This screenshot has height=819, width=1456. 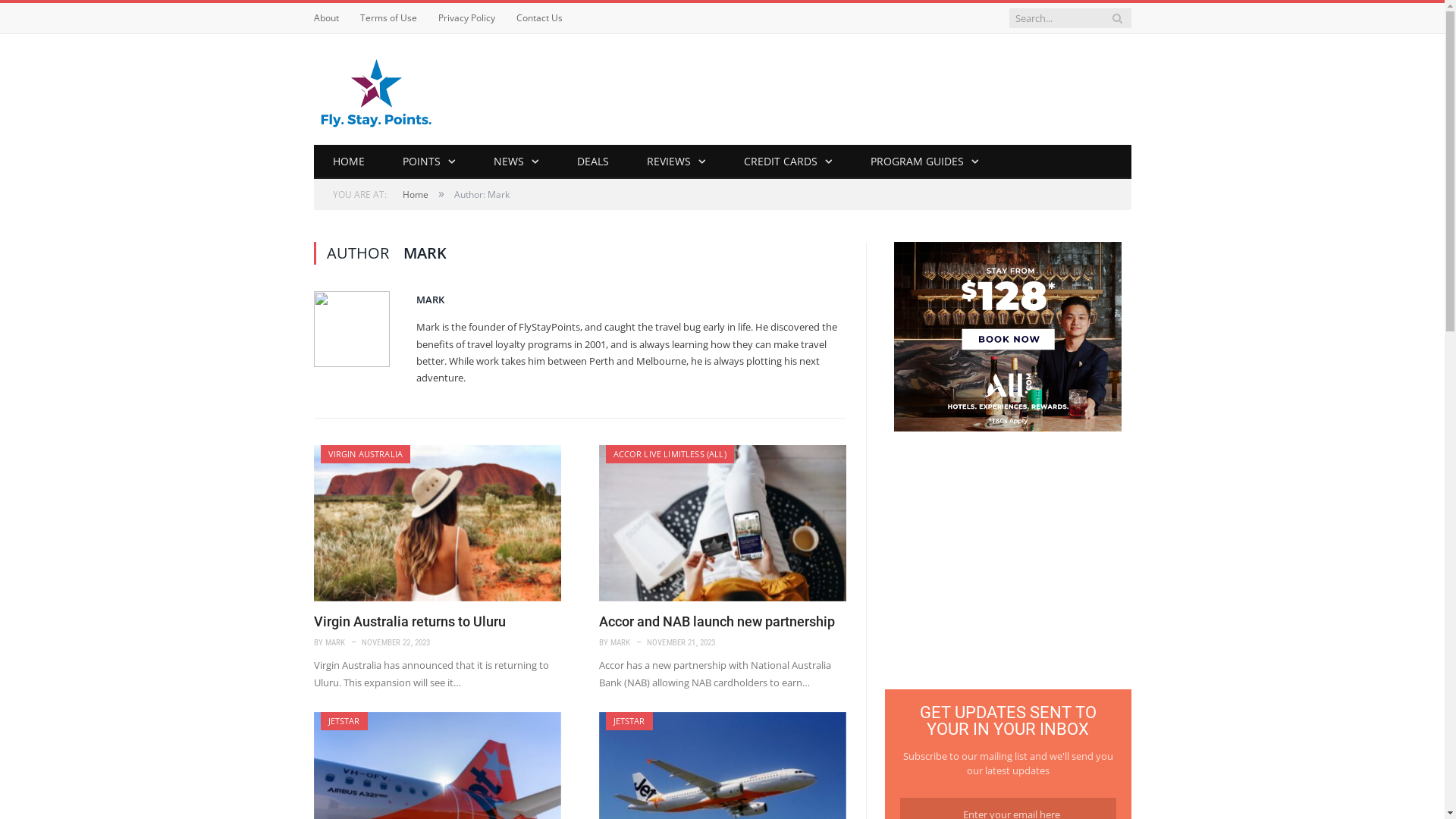 I want to click on 'Home', so click(x=415, y=193).